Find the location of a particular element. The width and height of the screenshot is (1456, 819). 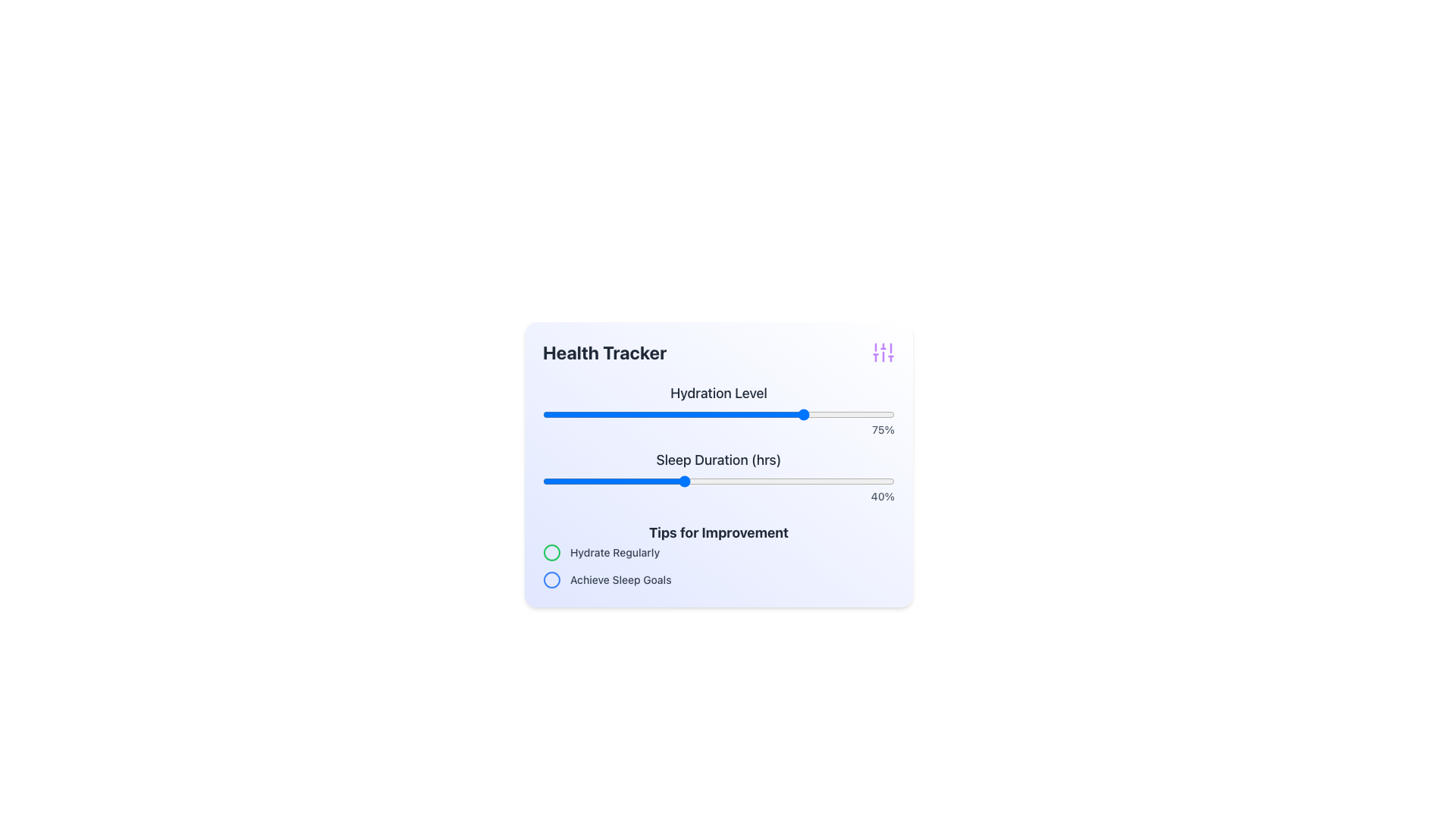

the sleep duration is located at coordinates (786, 482).